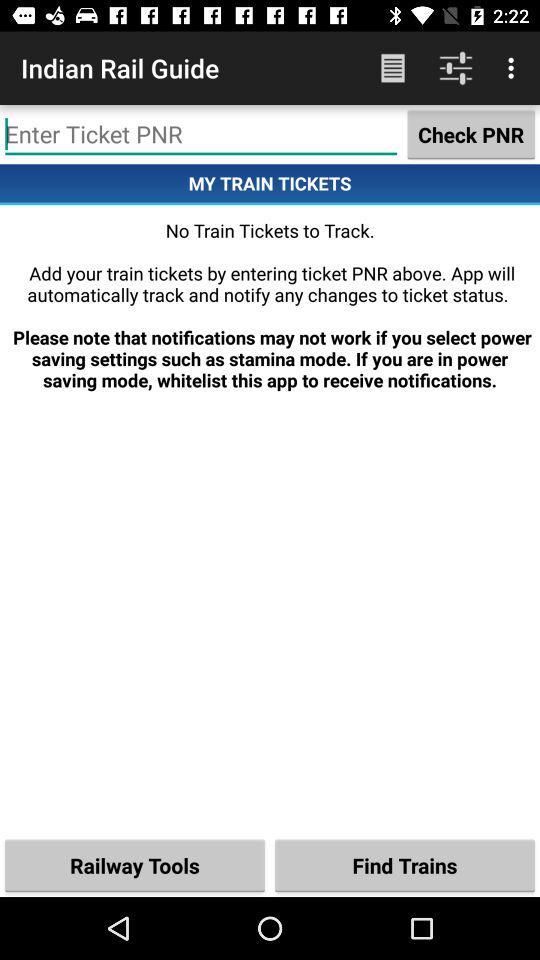 The image size is (540, 960). I want to click on type ticket pnr, so click(201, 133).